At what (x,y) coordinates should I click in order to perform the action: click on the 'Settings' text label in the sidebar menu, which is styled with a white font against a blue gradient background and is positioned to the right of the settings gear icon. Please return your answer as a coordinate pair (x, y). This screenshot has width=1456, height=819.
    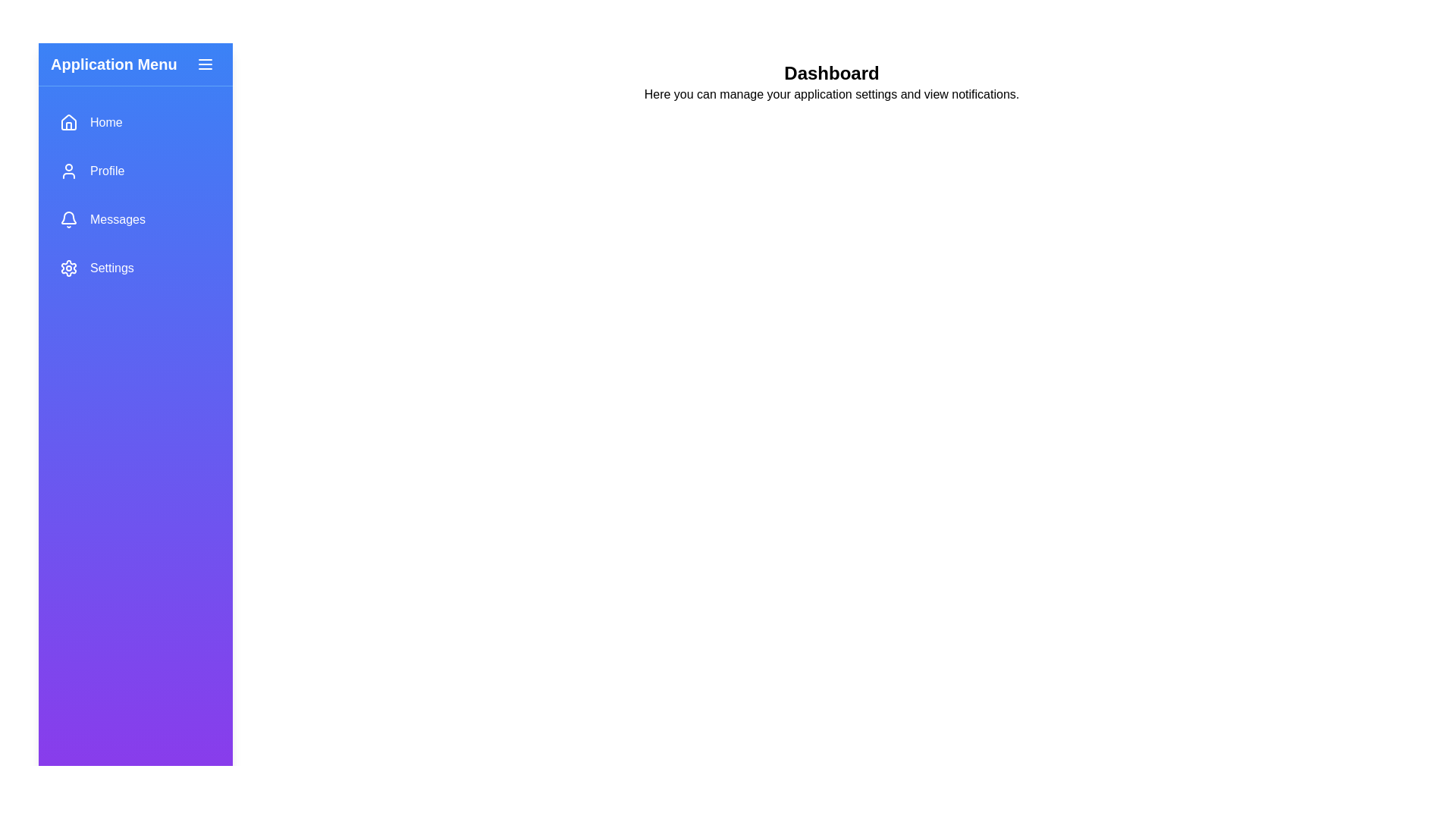
    Looking at the image, I should click on (111, 268).